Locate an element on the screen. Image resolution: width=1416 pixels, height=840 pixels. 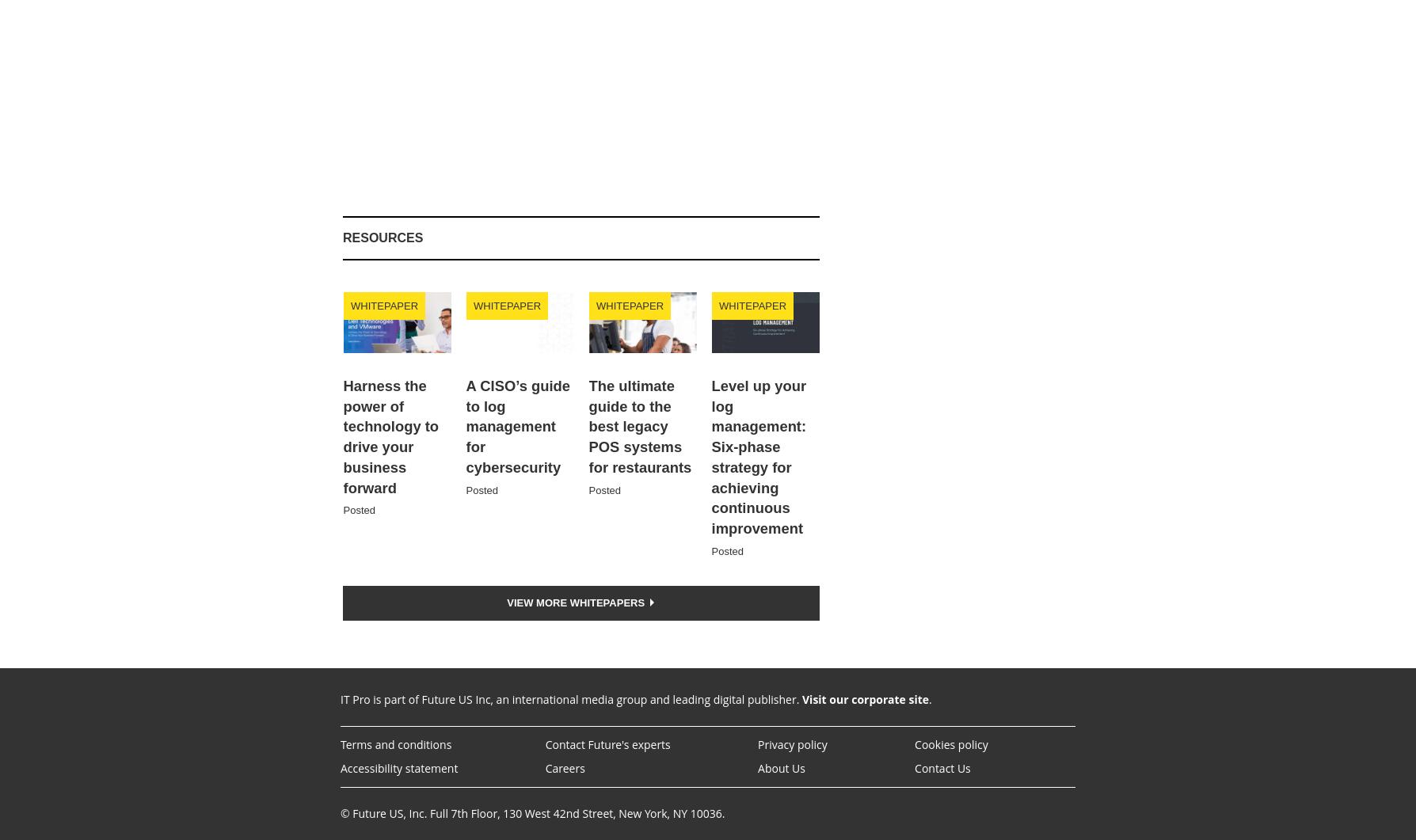
'Contact Us' is located at coordinates (941, 766).